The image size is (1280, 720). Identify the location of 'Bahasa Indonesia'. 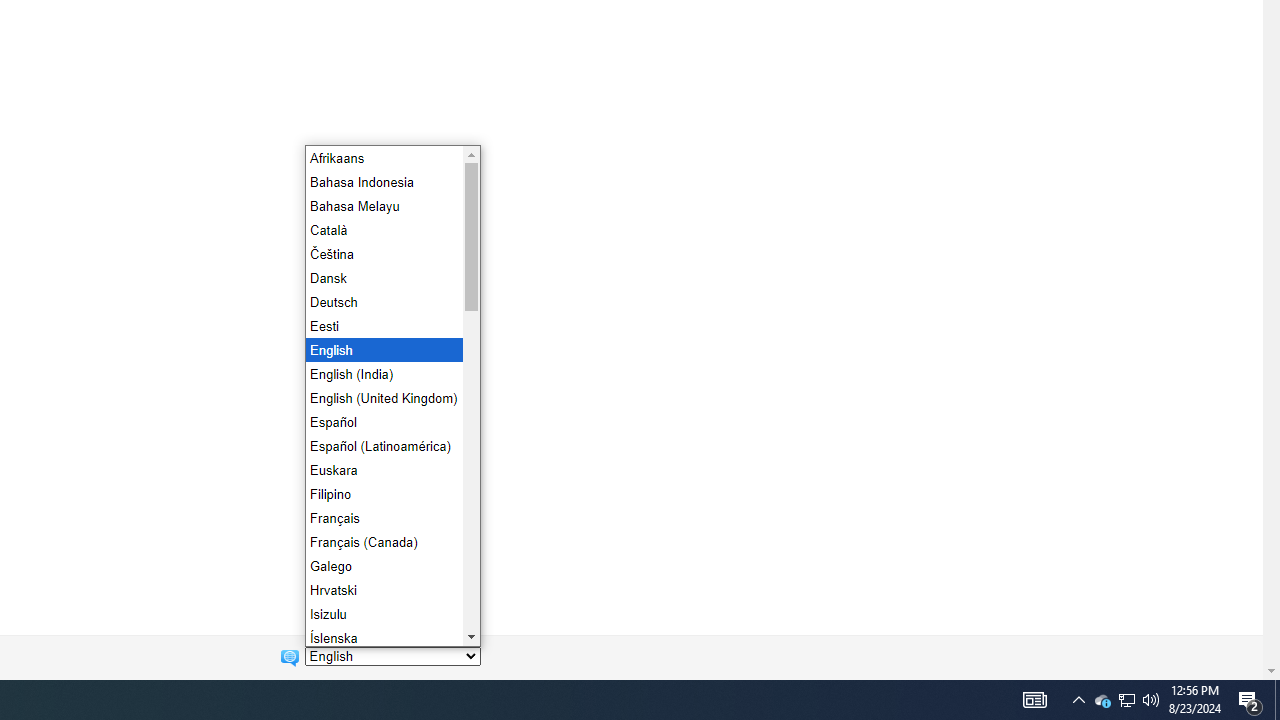
(382, 181).